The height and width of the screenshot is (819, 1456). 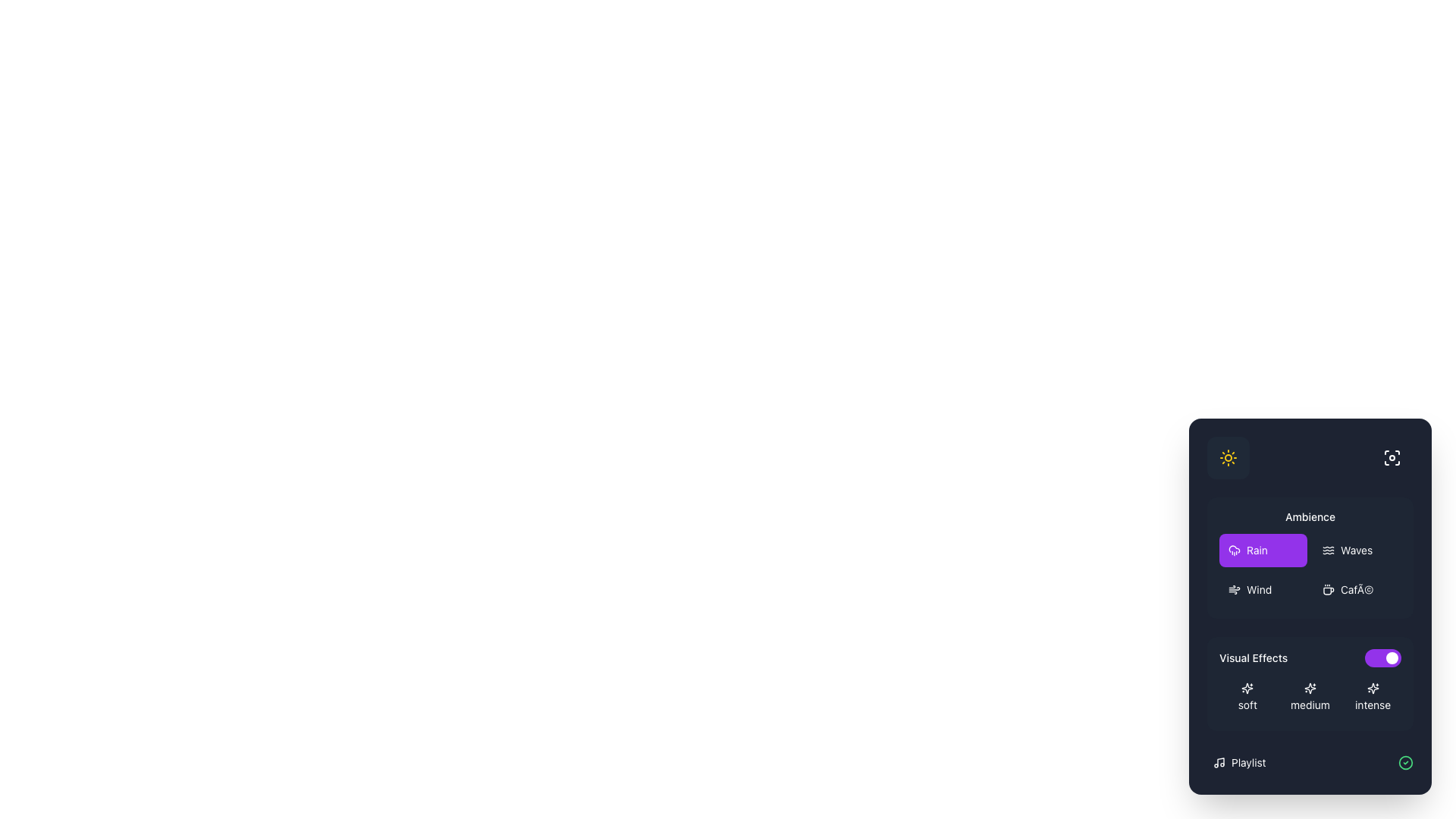 I want to click on the circular toggle indicator located in the upper-right corner of the toggle switch in the 'Visual Effects' section, so click(x=1392, y=657).